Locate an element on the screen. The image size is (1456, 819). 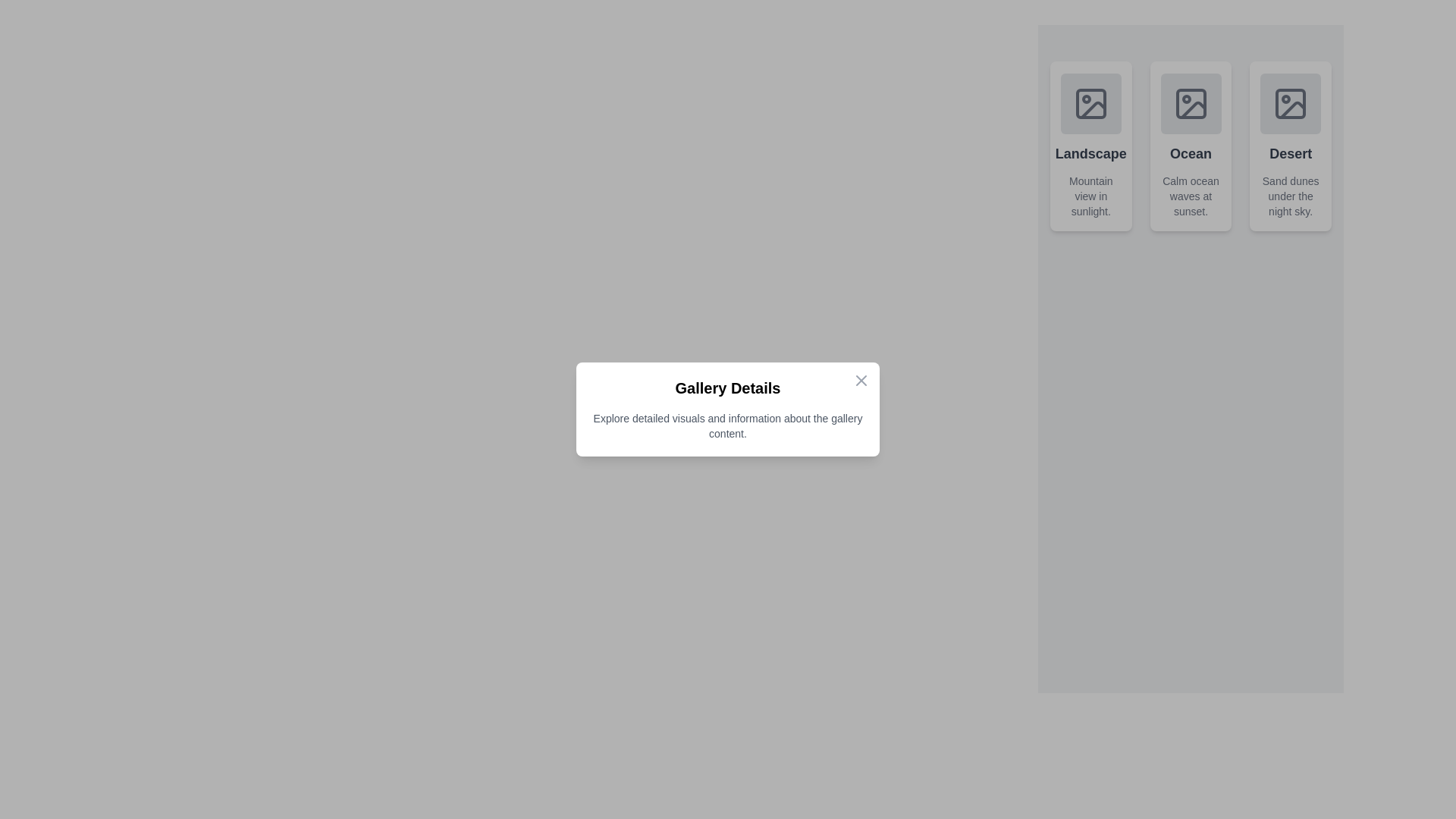
the decorative graphical element inside the image icon located in the bottom-right portion of the 'Landscape' card is located at coordinates (1093, 109).